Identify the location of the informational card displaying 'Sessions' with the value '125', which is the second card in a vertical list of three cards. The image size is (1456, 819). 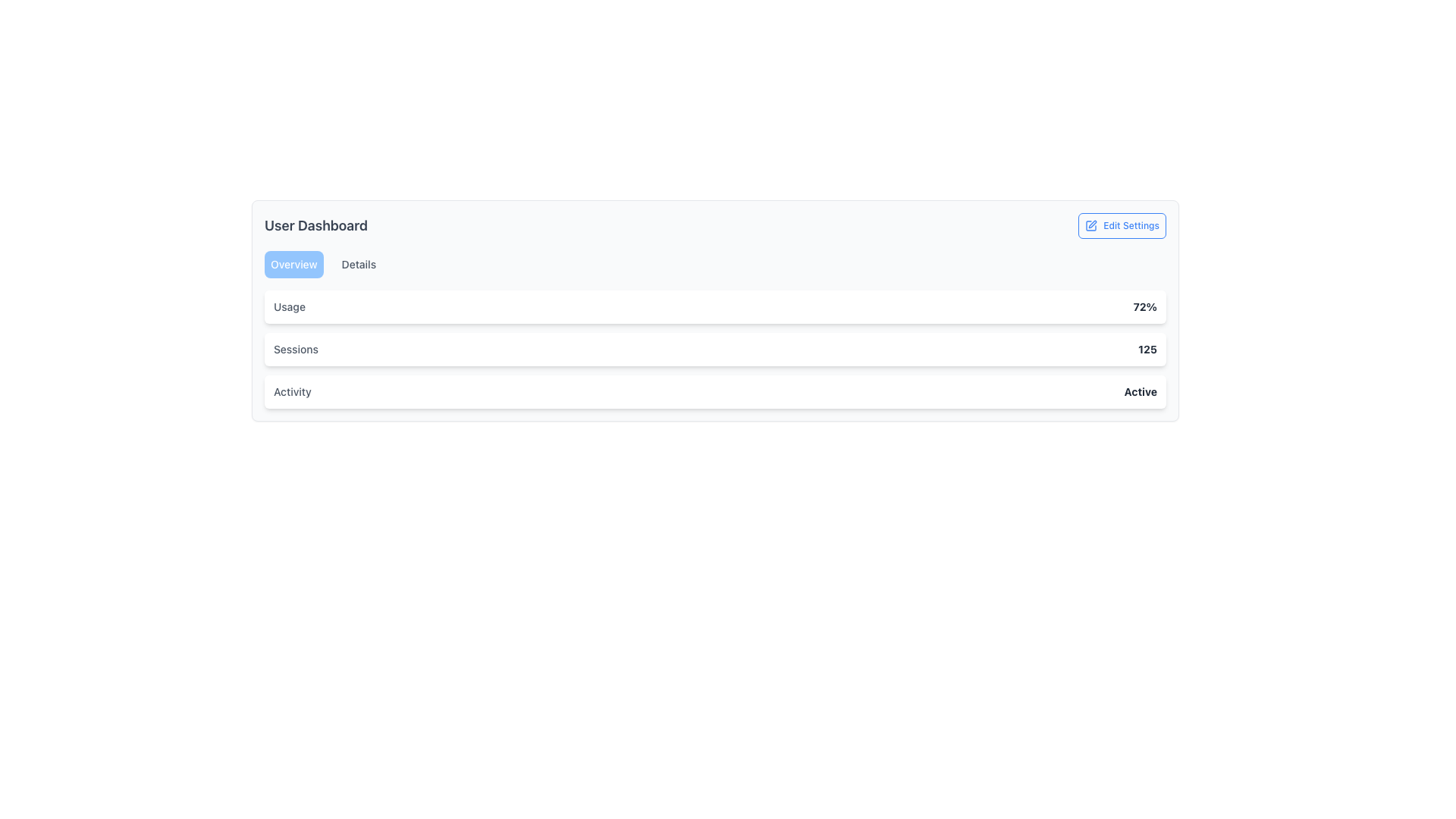
(714, 350).